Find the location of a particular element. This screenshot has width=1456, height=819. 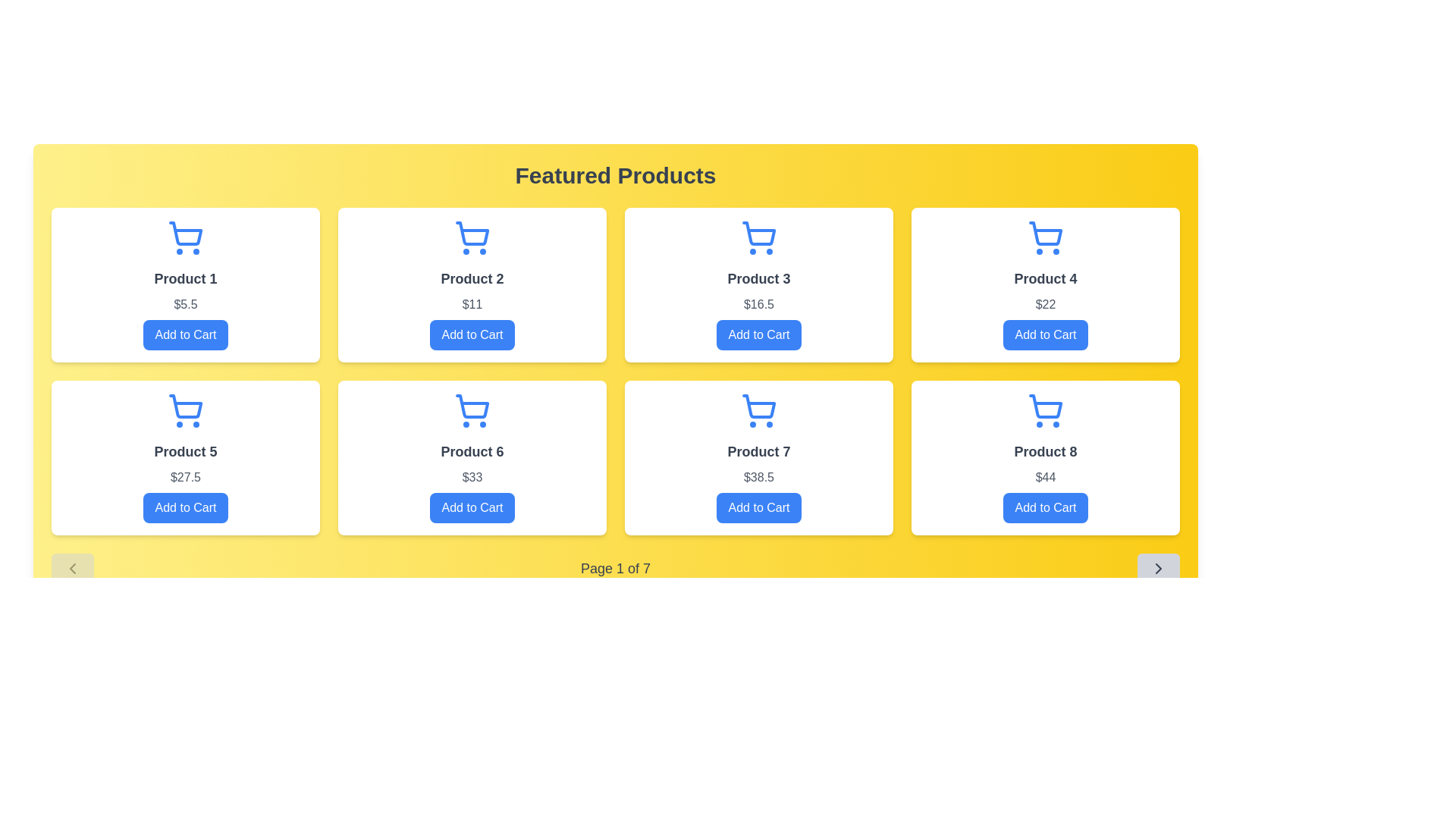

the shopping cart icon located at the top-center of the 'Product 8' card, which is above the product title and price, and directly above the 'Add to Cart' button is located at coordinates (1044, 411).